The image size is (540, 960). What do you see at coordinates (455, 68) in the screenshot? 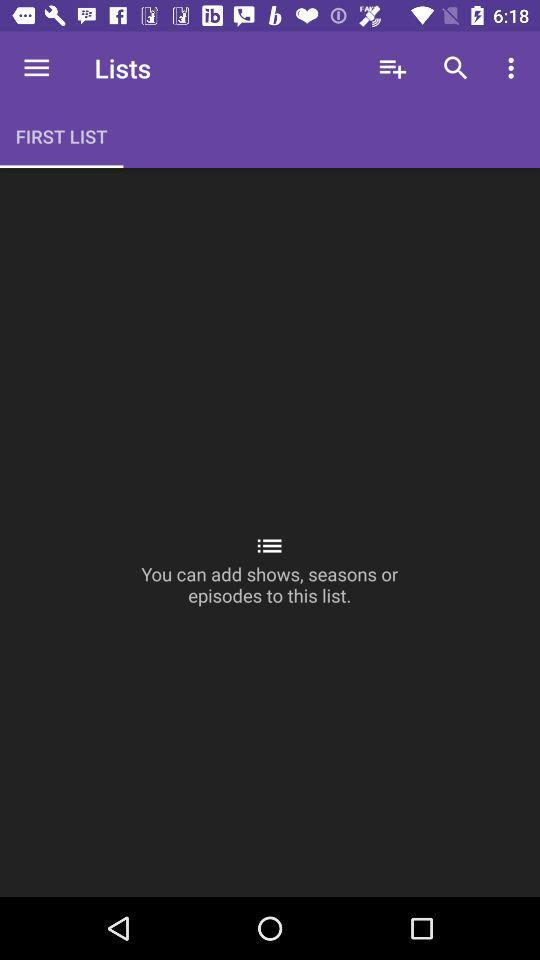
I see `item above you can add icon` at bounding box center [455, 68].